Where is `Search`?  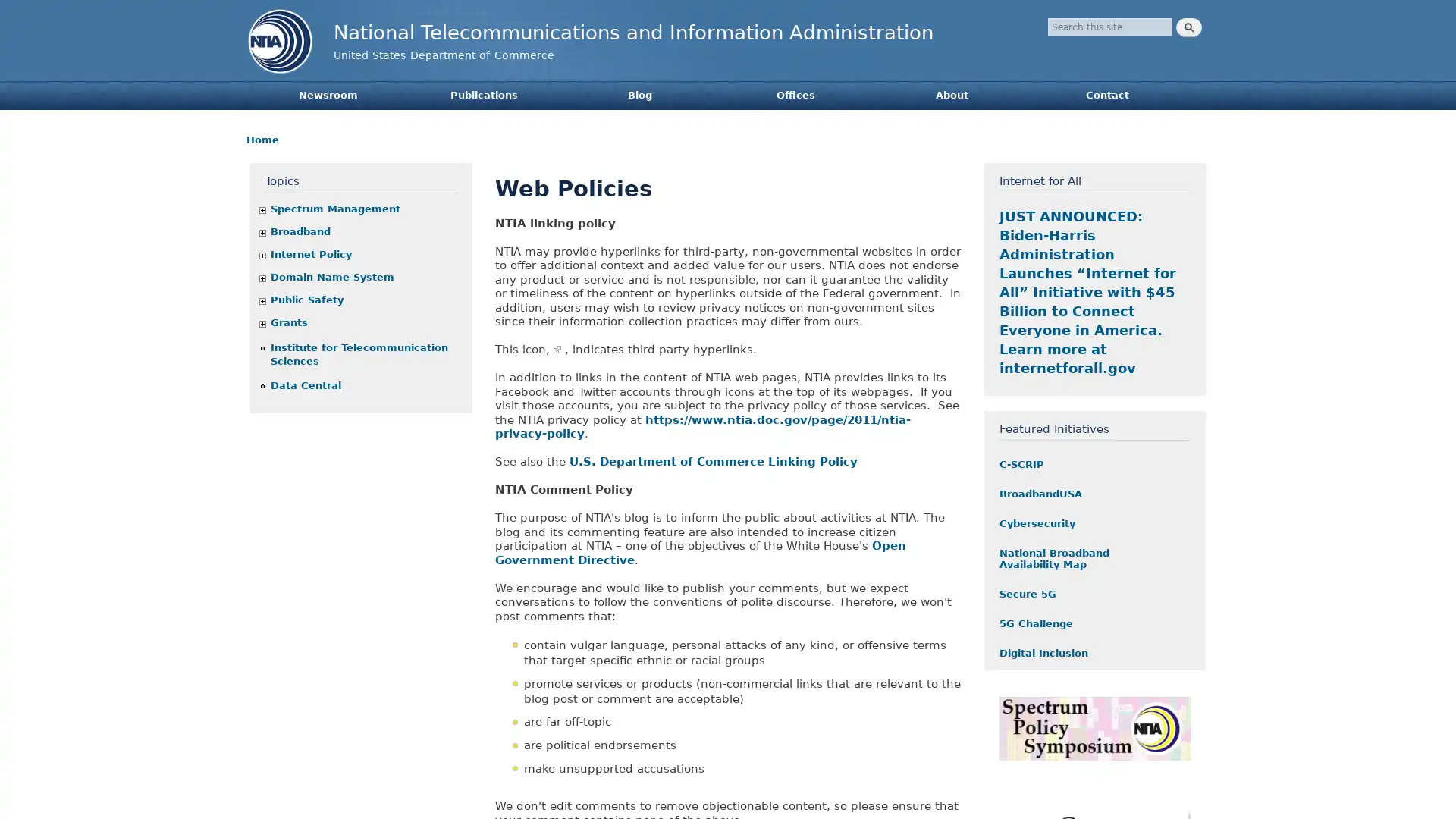
Search is located at coordinates (1188, 27).